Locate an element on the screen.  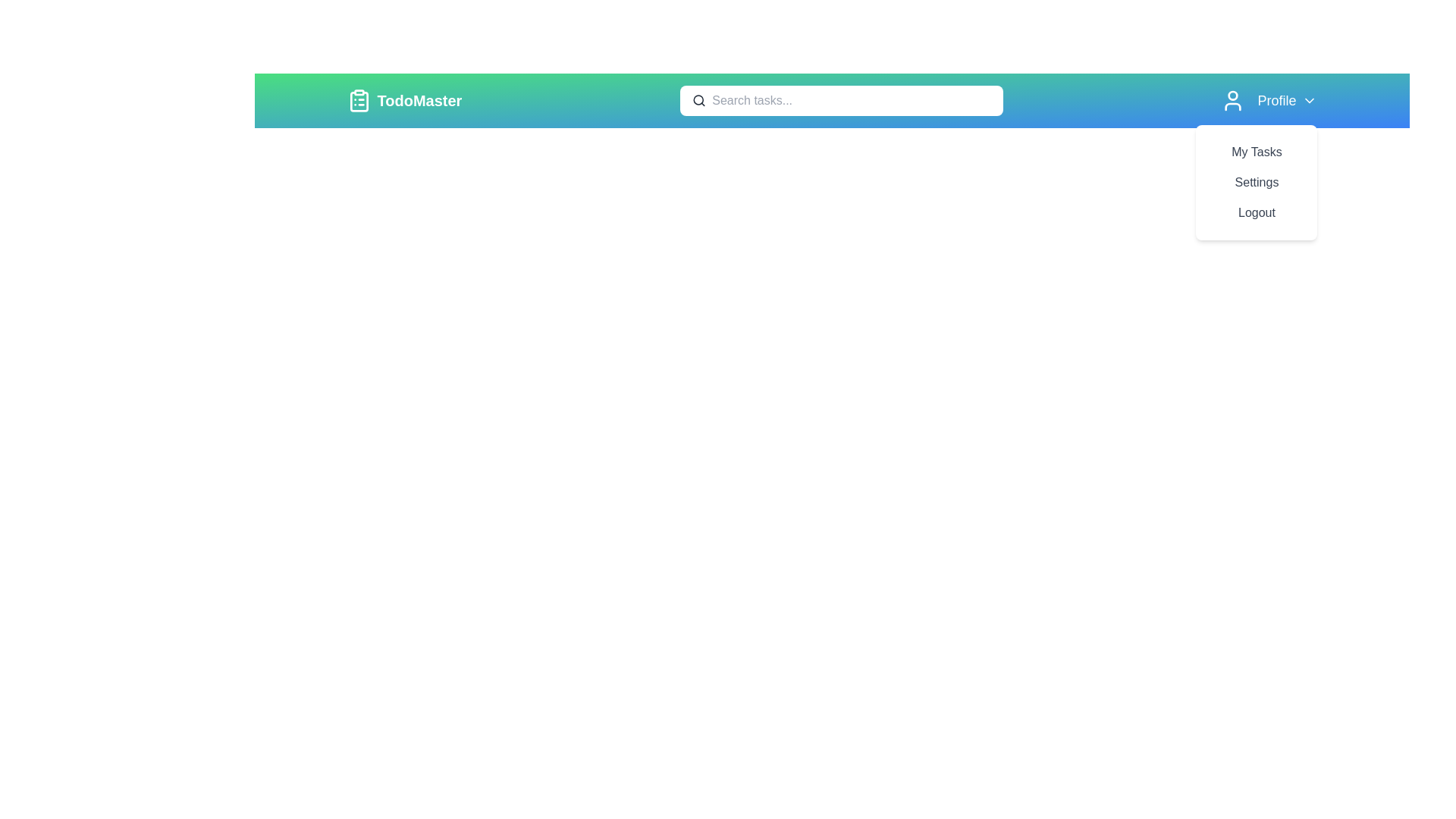
the 'TodoMaster' text label in the top navigation bar, which features a bold, large white font against a gradient green and blue background is located at coordinates (419, 100).